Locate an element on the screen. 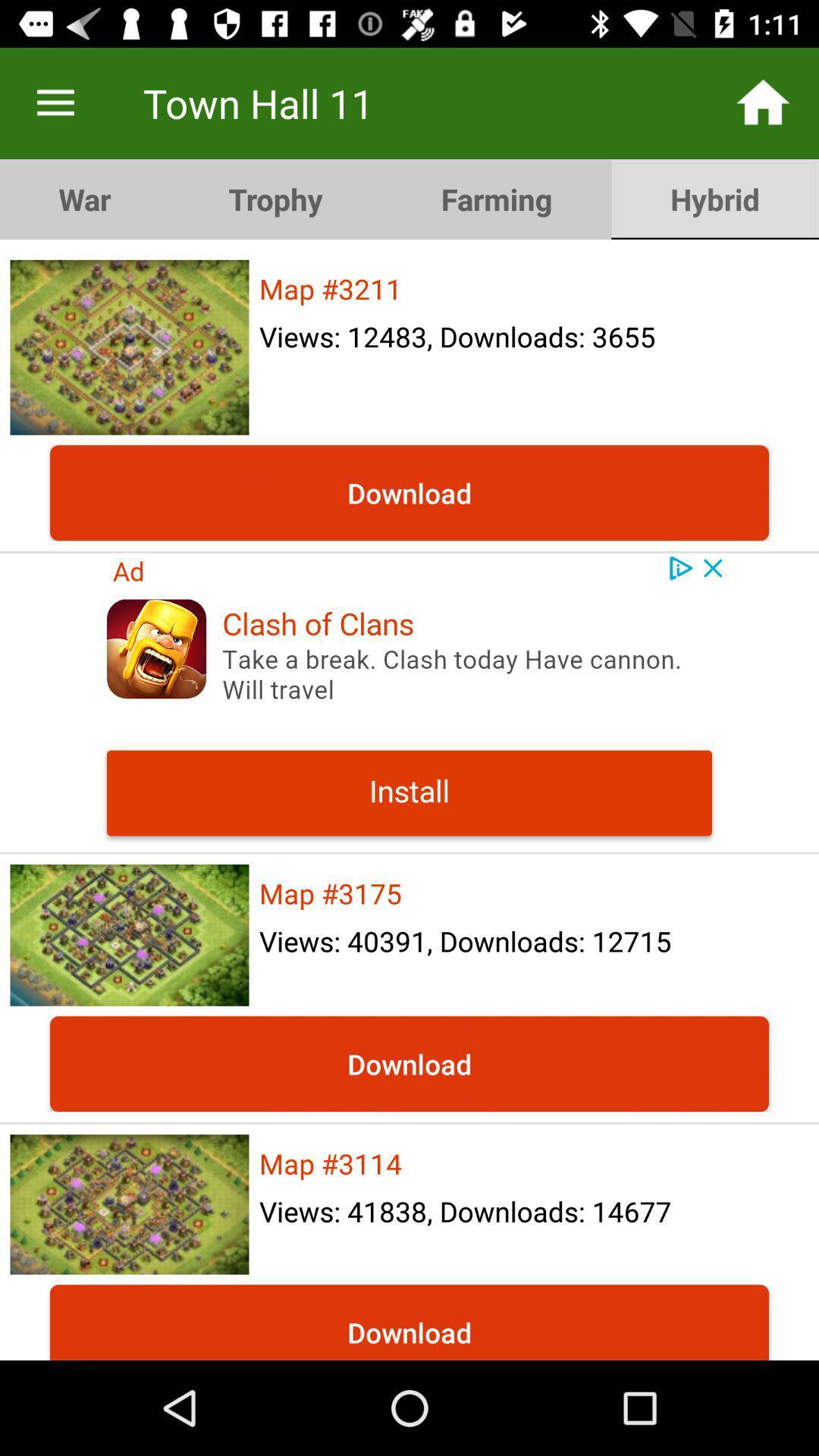 Image resolution: width=819 pixels, height=1456 pixels. main manu is located at coordinates (55, 102).